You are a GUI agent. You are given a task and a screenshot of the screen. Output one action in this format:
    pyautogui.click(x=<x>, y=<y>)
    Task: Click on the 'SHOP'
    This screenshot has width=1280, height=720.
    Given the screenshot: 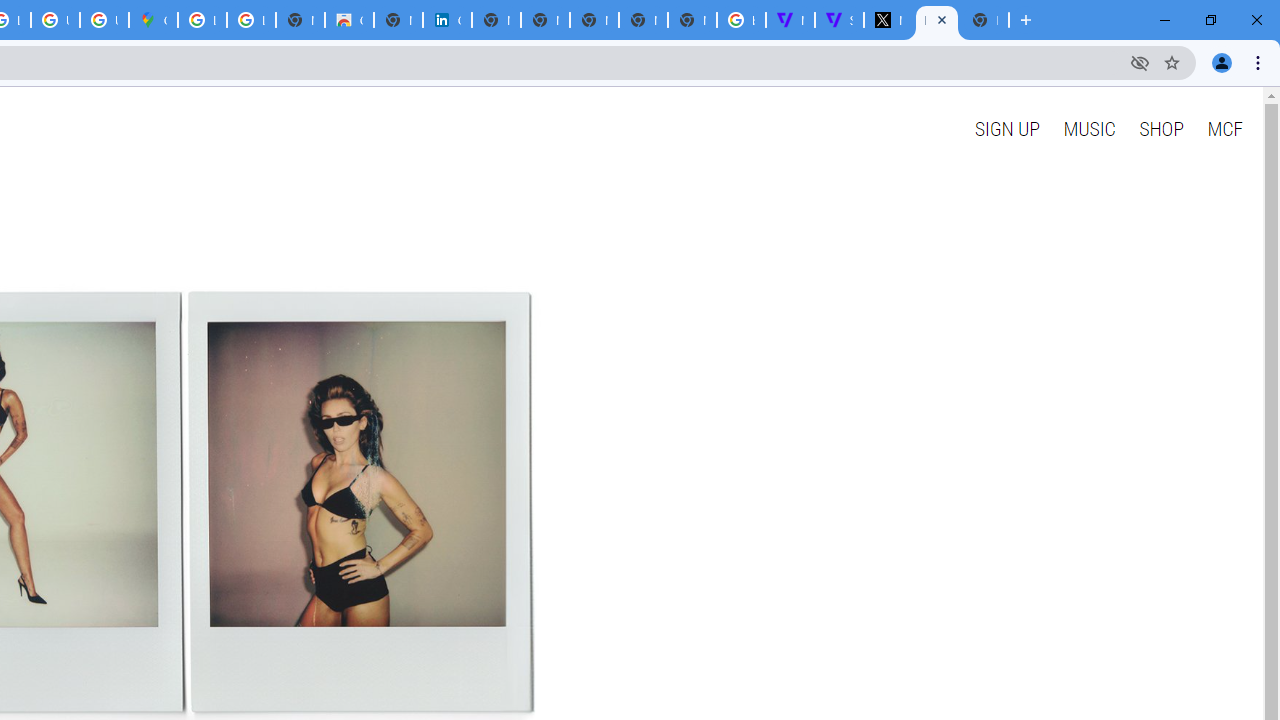 What is the action you would take?
    pyautogui.click(x=1161, y=128)
    